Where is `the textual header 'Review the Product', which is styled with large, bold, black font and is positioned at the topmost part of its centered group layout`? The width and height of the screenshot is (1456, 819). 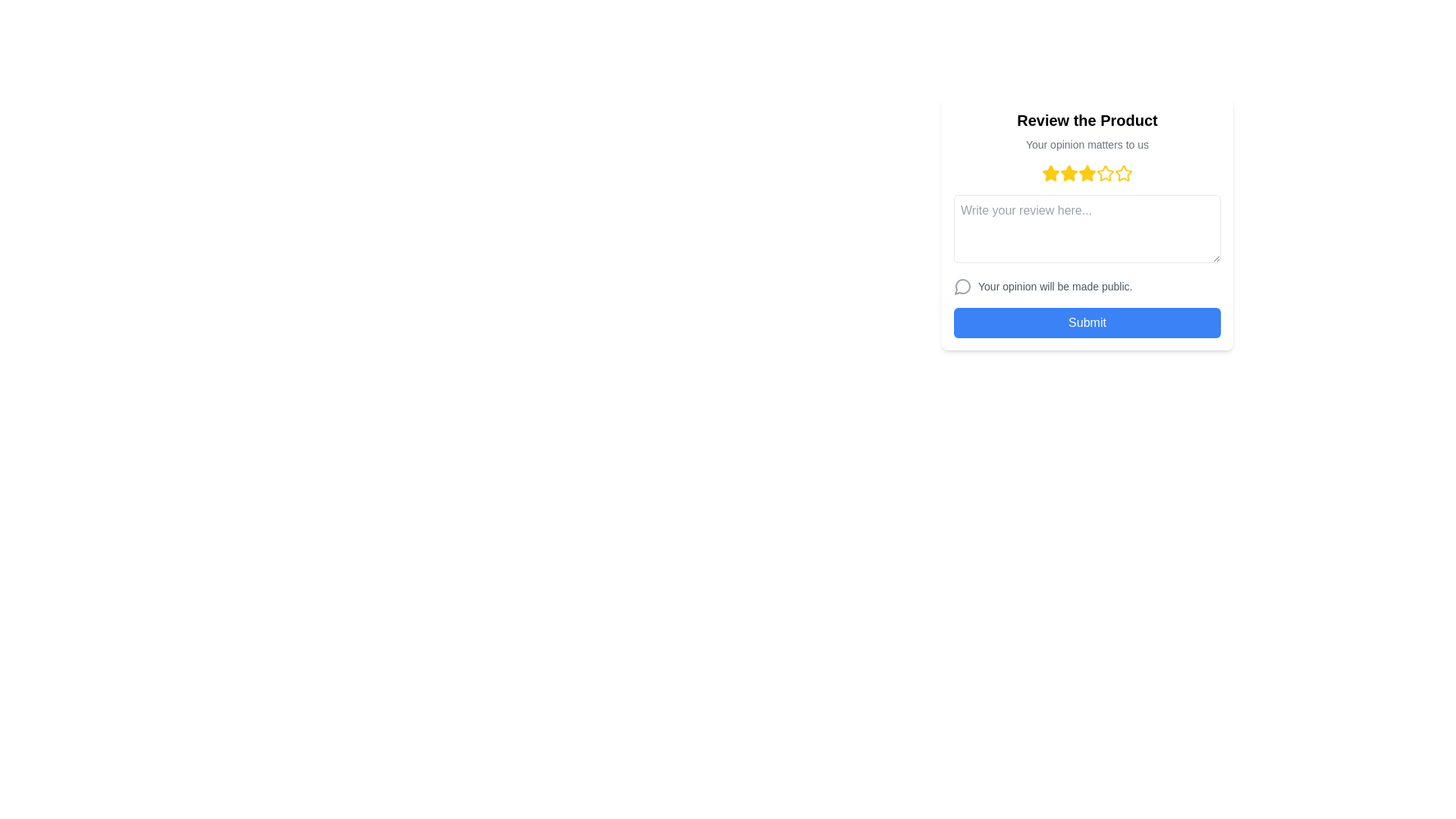 the textual header 'Review the Product', which is styled with large, bold, black font and is positioned at the topmost part of its centered group layout is located at coordinates (1087, 119).